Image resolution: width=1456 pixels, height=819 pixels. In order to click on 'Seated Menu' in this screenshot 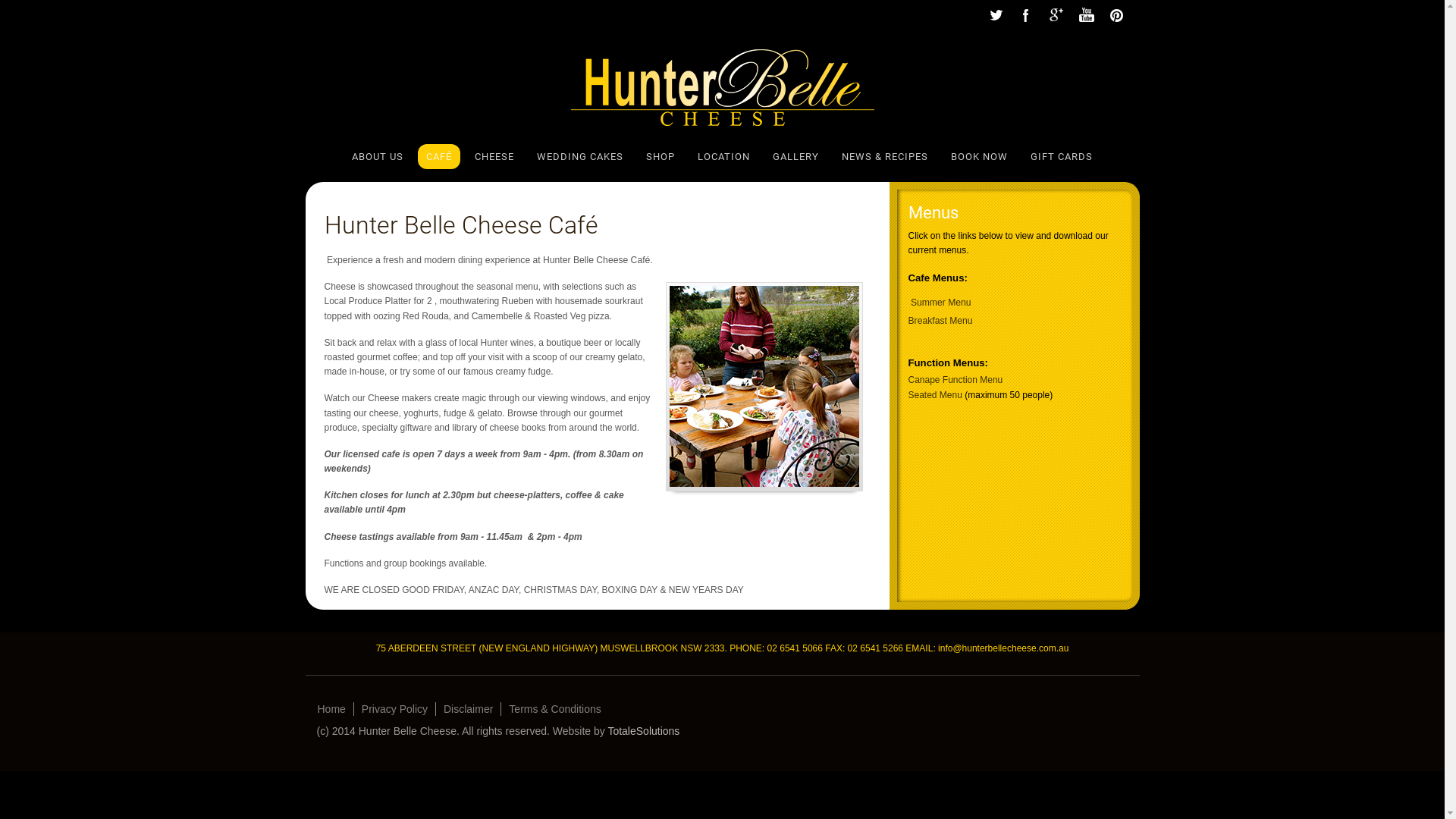, I will do `click(934, 394)`.